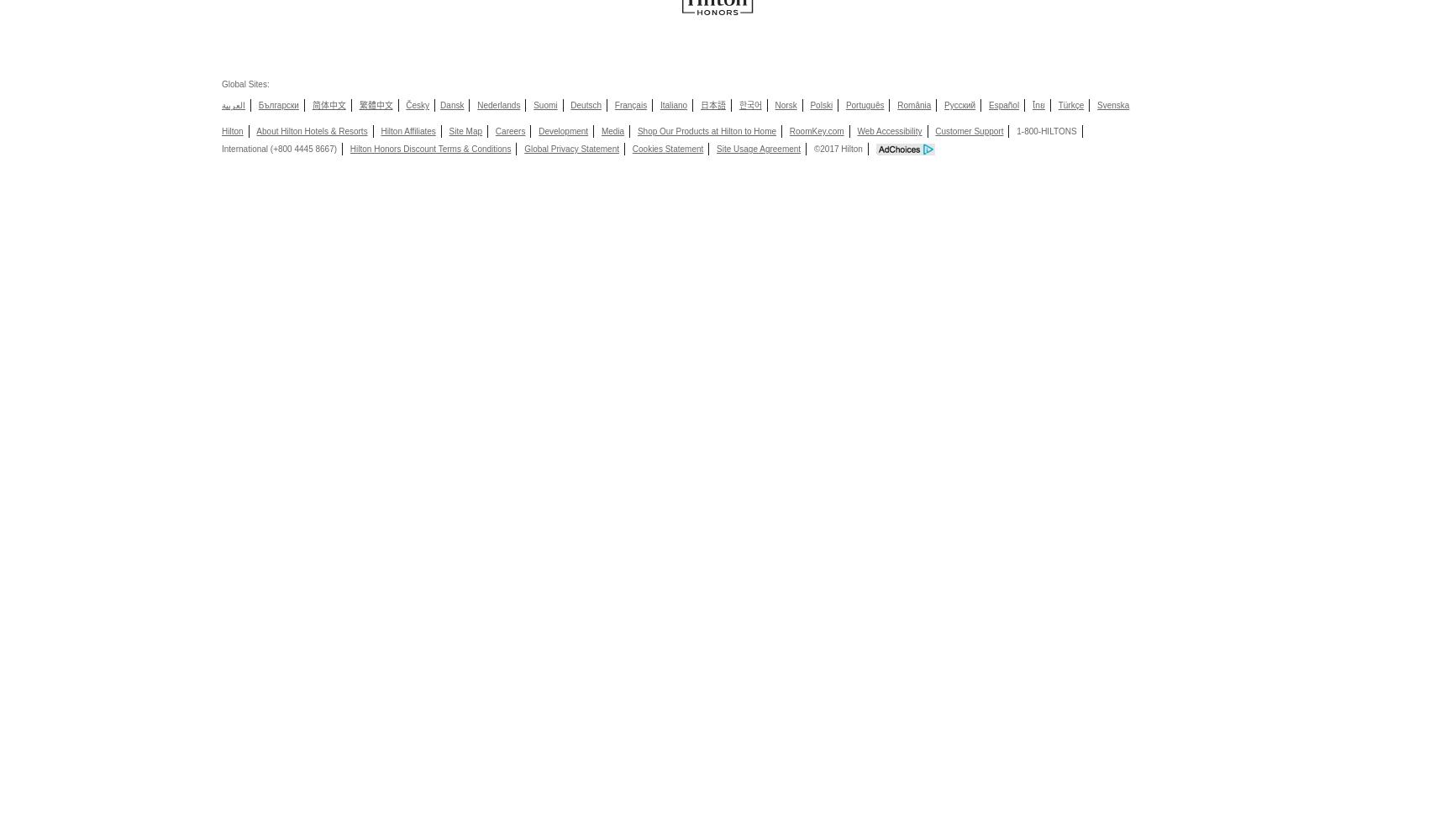 This screenshot has height=840, width=1435. Describe the element at coordinates (430, 149) in the screenshot. I see `'Hilton Honors Discount Terms & Conditions'` at that location.